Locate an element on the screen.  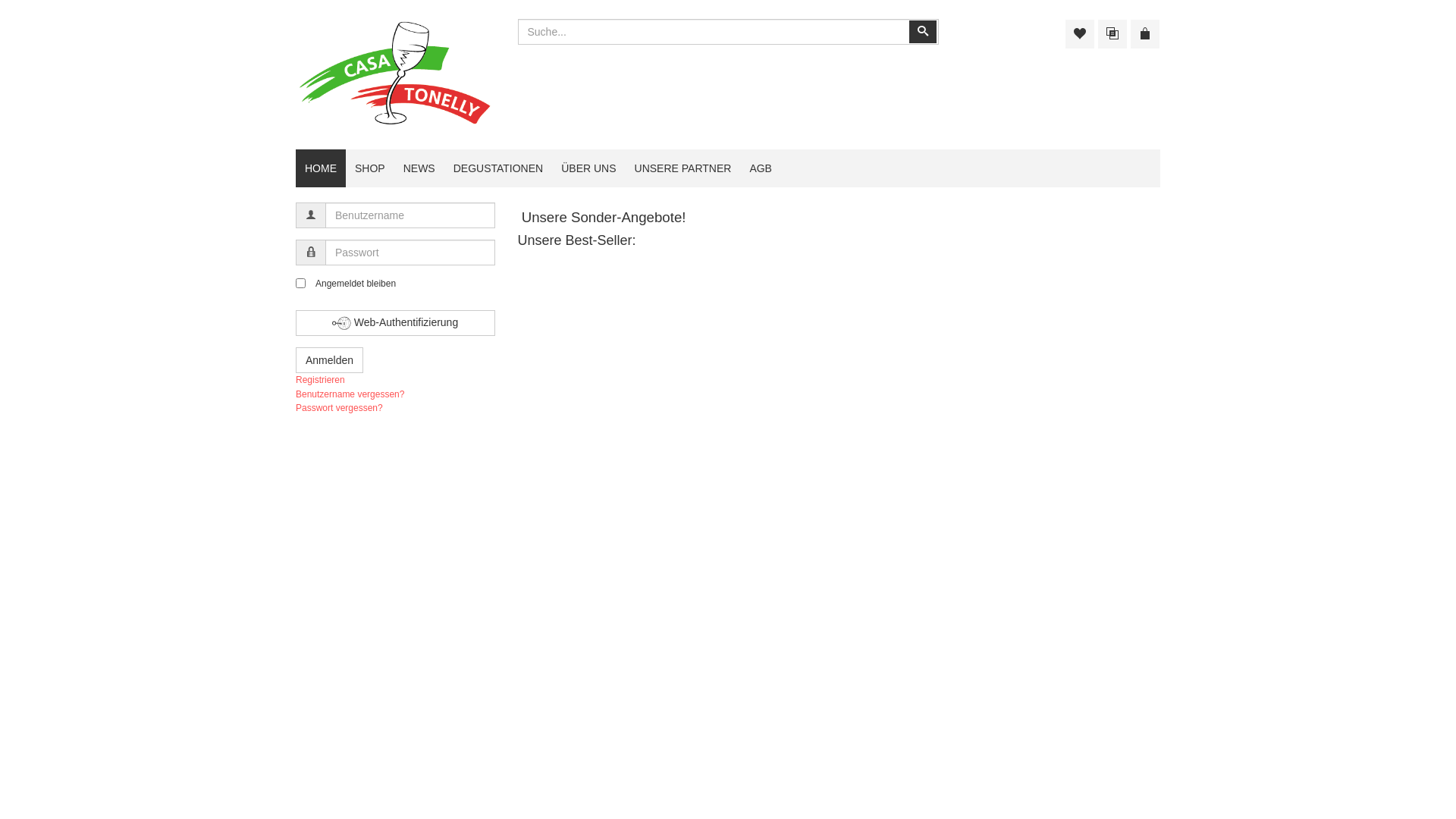
'AGB' is located at coordinates (739, 168).